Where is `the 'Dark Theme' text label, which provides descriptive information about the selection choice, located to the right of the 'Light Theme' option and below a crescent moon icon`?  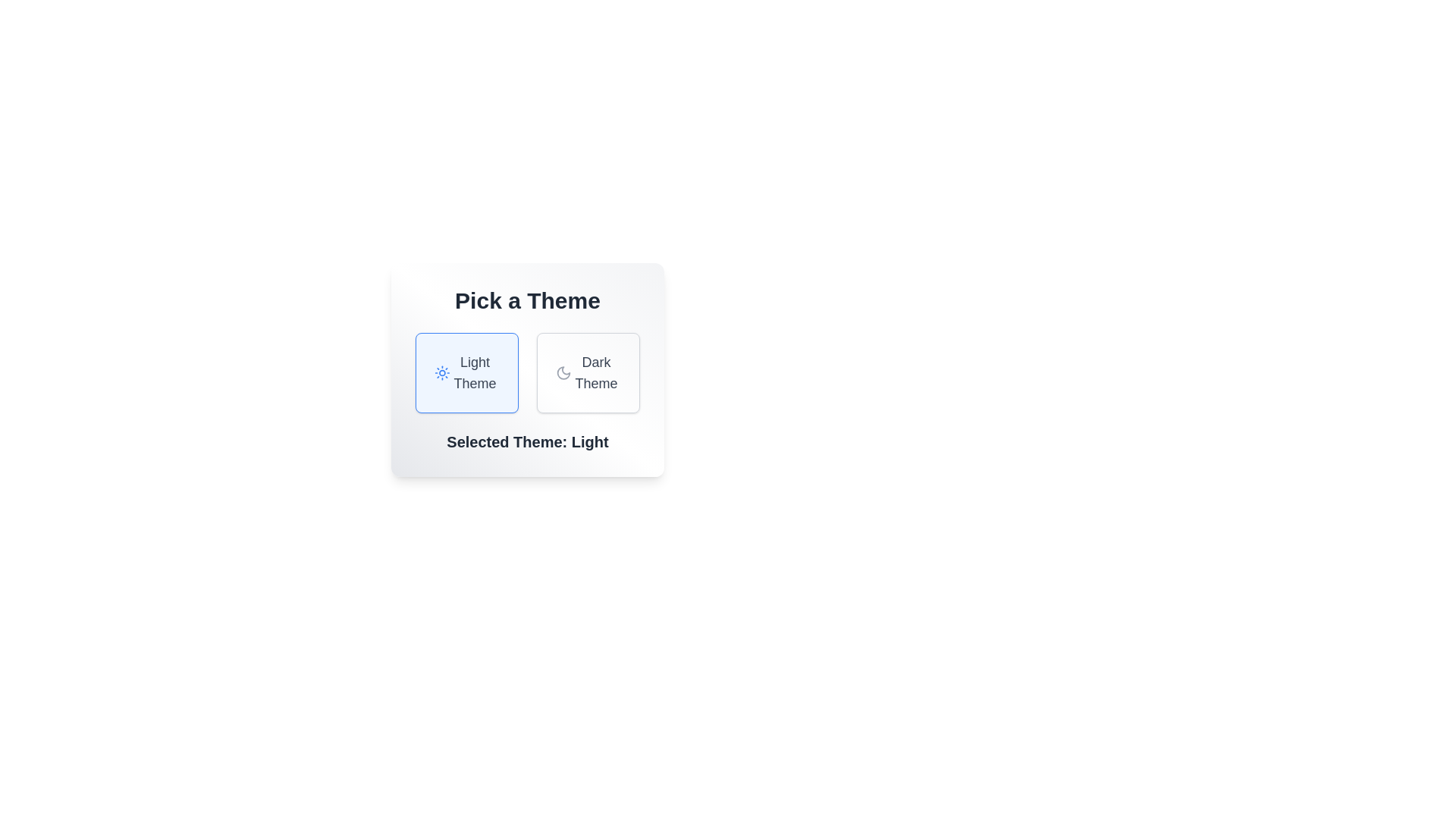 the 'Dark Theme' text label, which provides descriptive information about the selection choice, located to the right of the 'Light Theme' option and below a crescent moon icon is located at coordinates (595, 373).